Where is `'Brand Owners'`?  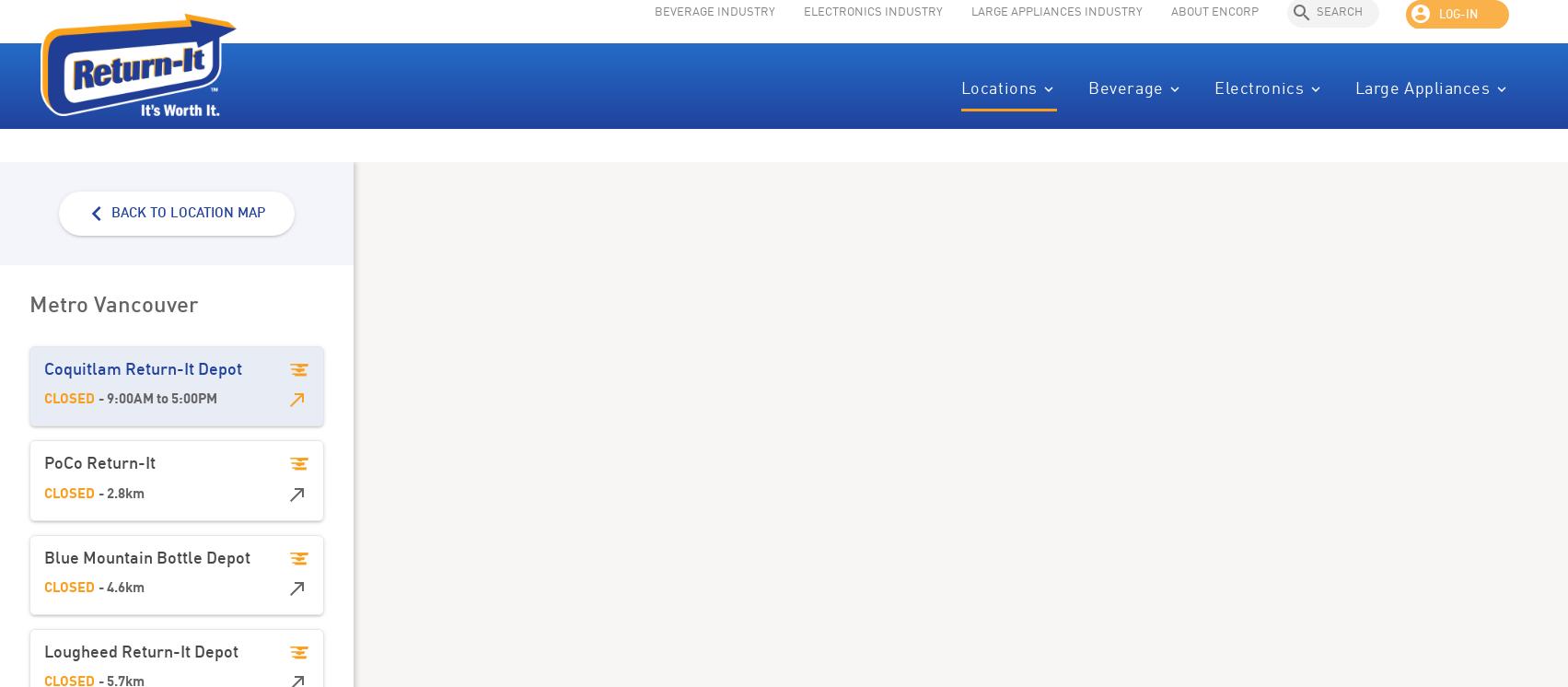
'Brand Owners' is located at coordinates (1481, 125).